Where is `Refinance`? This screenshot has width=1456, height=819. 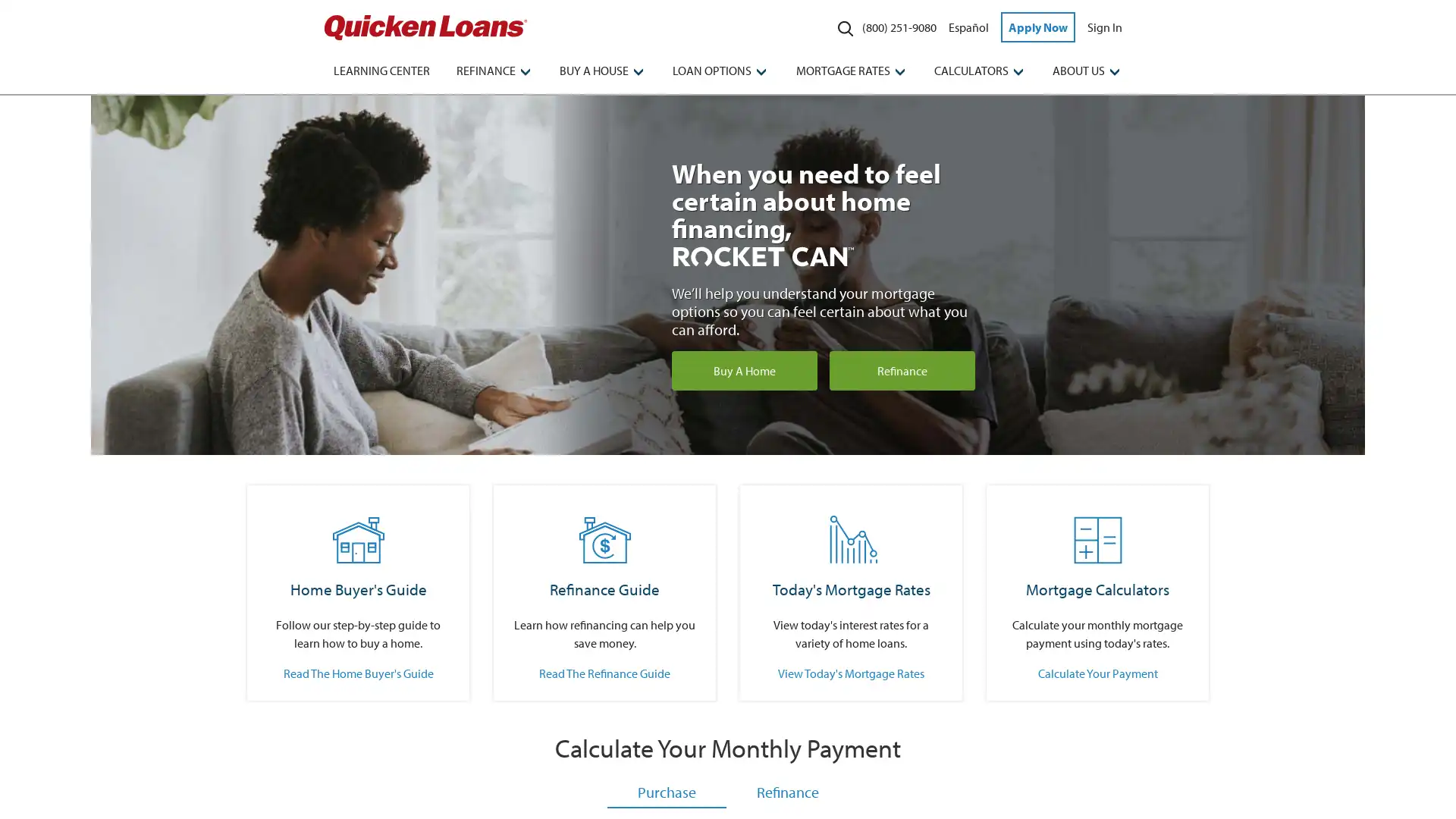 Refinance is located at coordinates (786, 792).